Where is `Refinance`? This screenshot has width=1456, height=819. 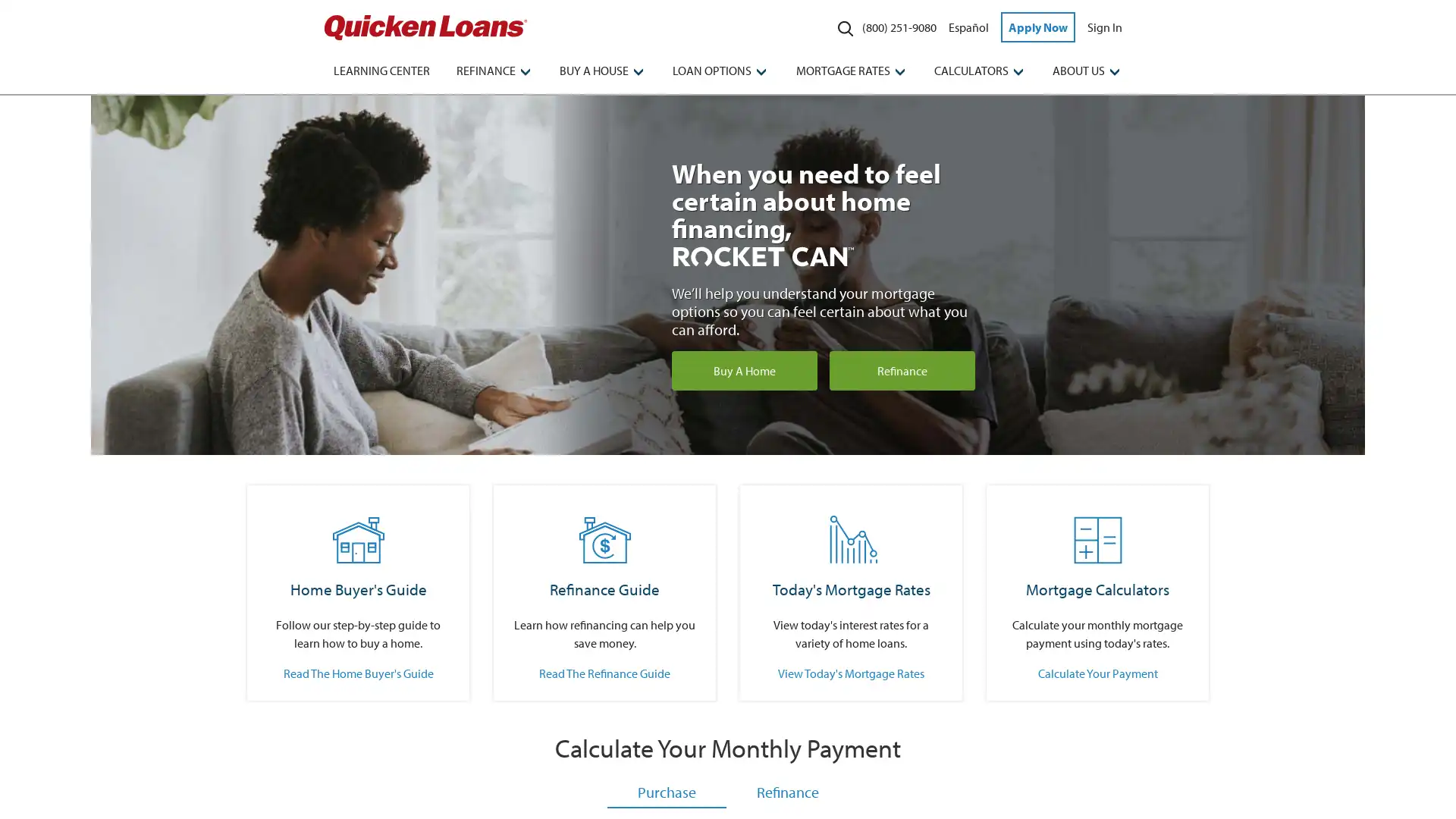 Refinance is located at coordinates (786, 792).